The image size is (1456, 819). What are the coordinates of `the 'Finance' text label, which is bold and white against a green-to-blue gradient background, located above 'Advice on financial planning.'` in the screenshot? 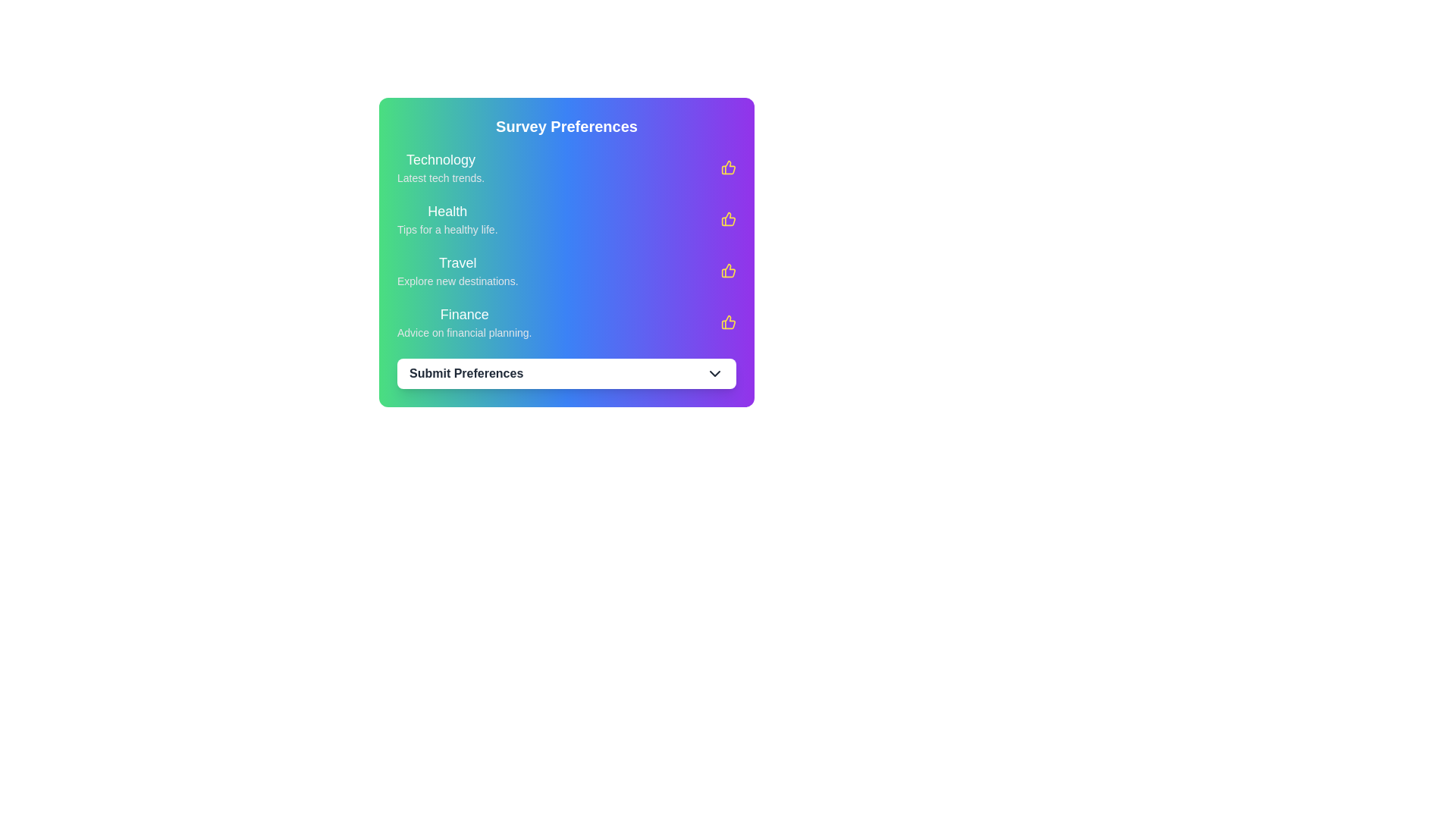 It's located at (463, 314).